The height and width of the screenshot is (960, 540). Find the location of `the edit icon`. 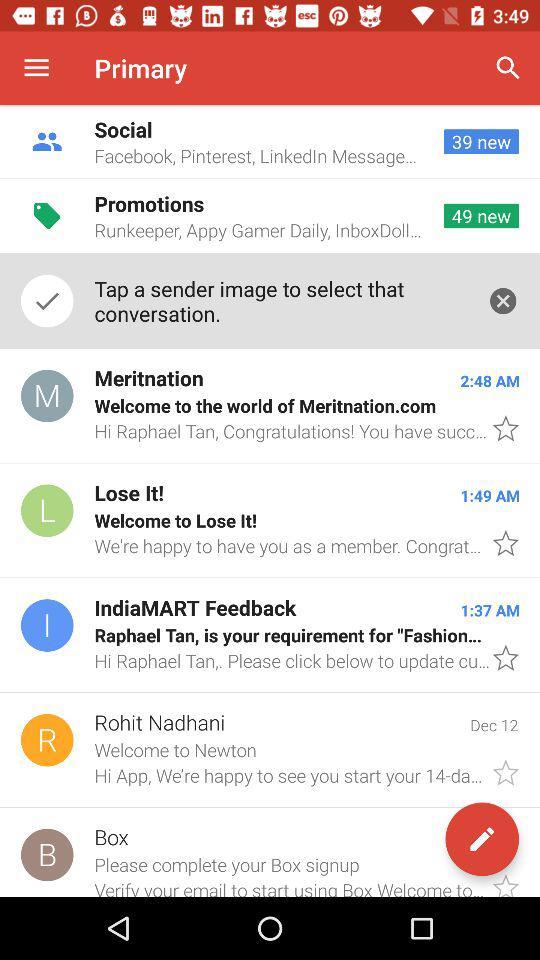

the edit icon is located at coordinates (481, 839).